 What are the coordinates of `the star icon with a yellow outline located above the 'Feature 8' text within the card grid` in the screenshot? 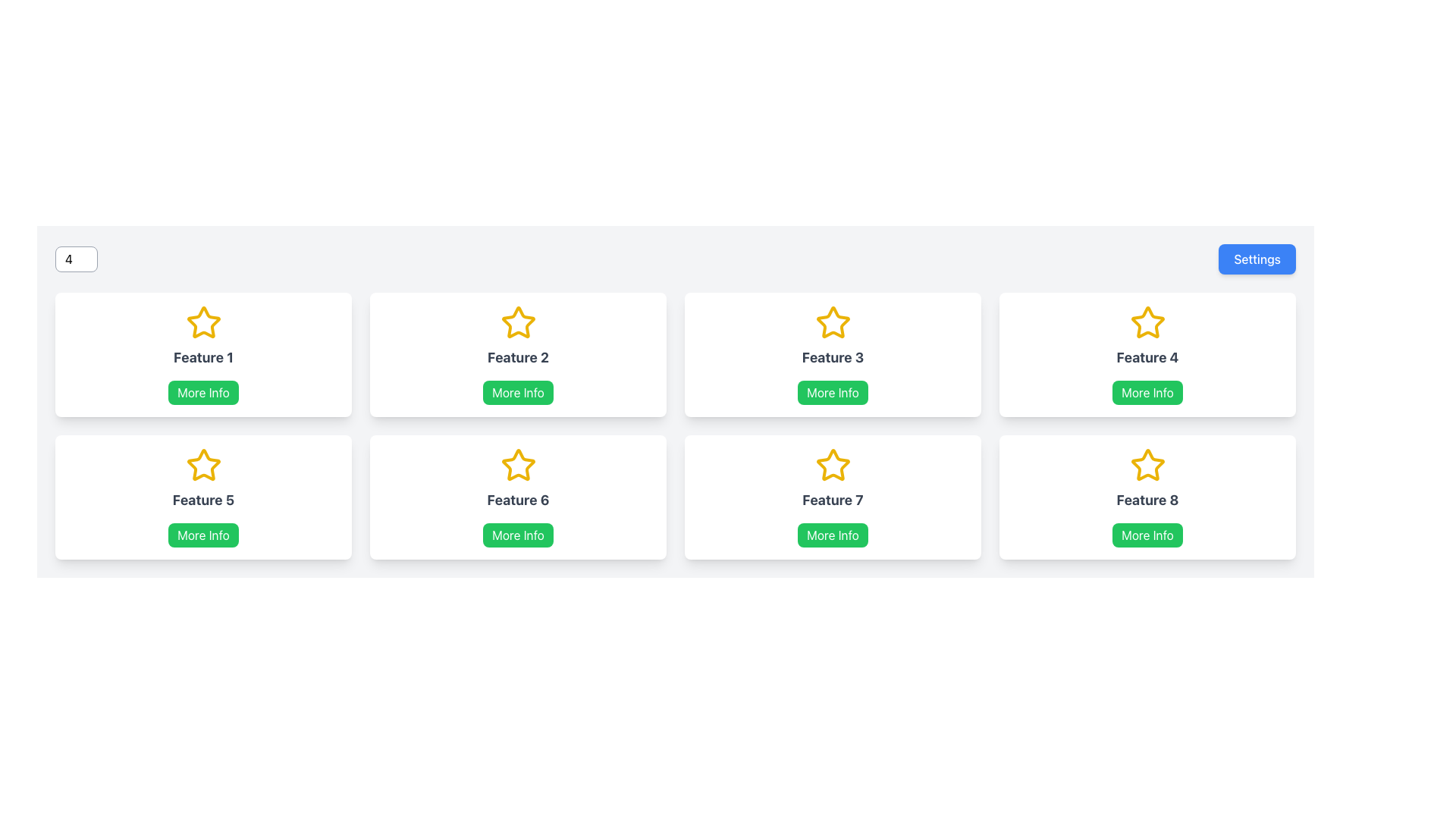 It's located at (1147, 464).